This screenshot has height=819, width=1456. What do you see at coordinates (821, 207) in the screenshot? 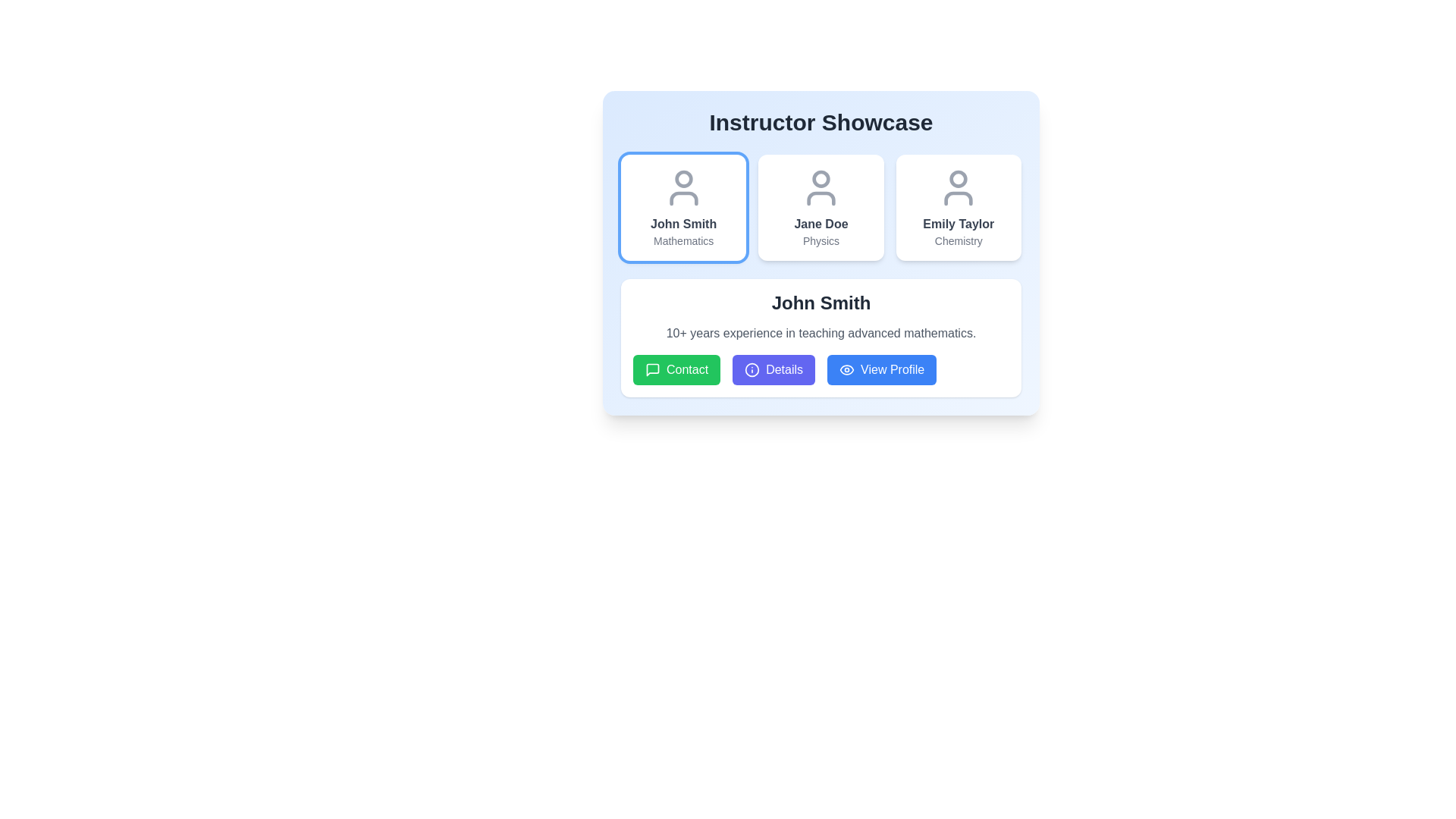
I see `the Profile card for 'Jane Doe', which showcases expertise in 'Physics'` at bounding box center [821, 207].